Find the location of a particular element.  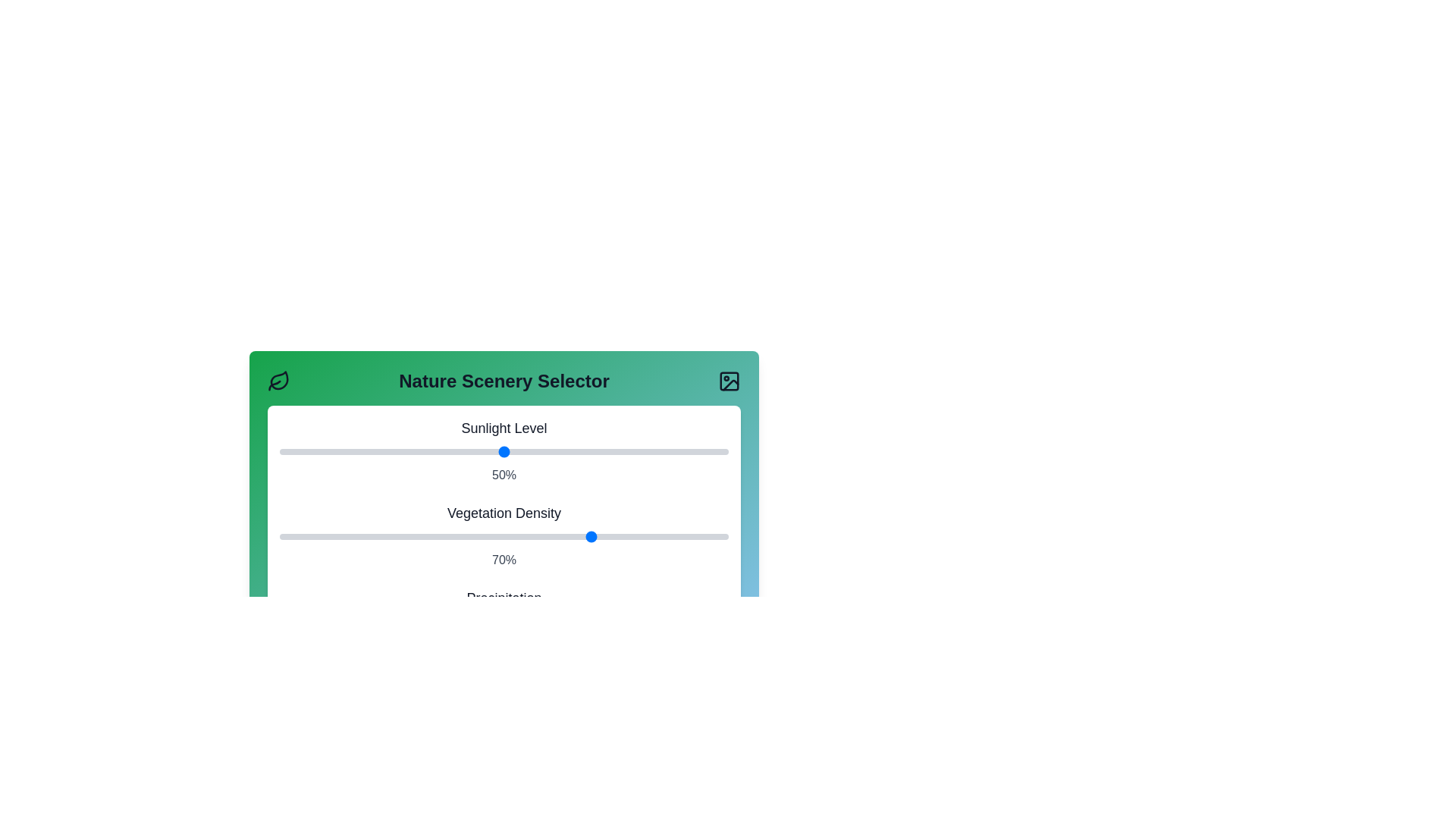

the Vegetation Density slider to set its value to 51 is located at coordinates (508, 536).